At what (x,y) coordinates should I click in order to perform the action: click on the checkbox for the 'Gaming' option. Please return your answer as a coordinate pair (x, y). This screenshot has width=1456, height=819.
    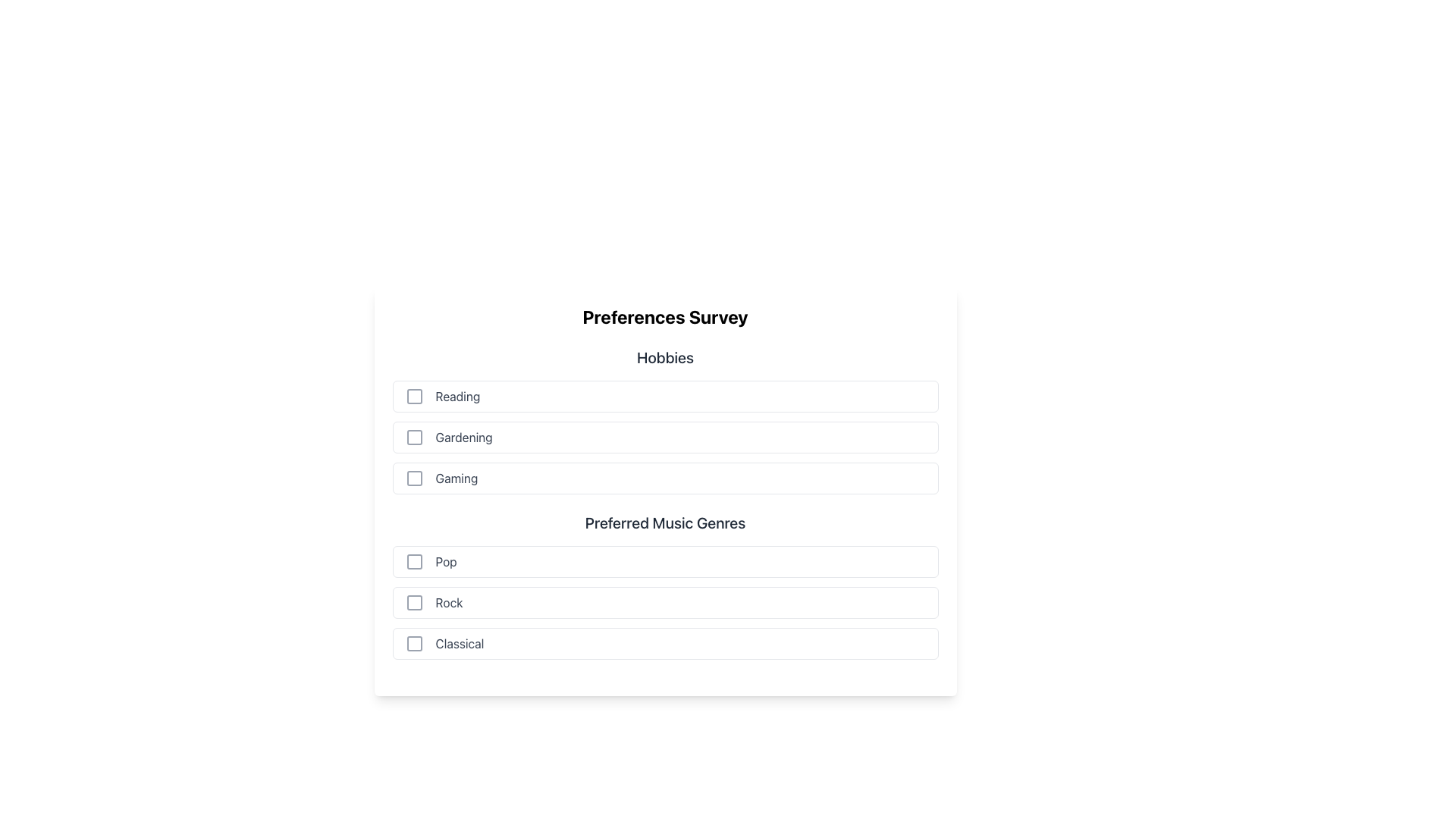
    Looking at the image, I should click on (414, 479).